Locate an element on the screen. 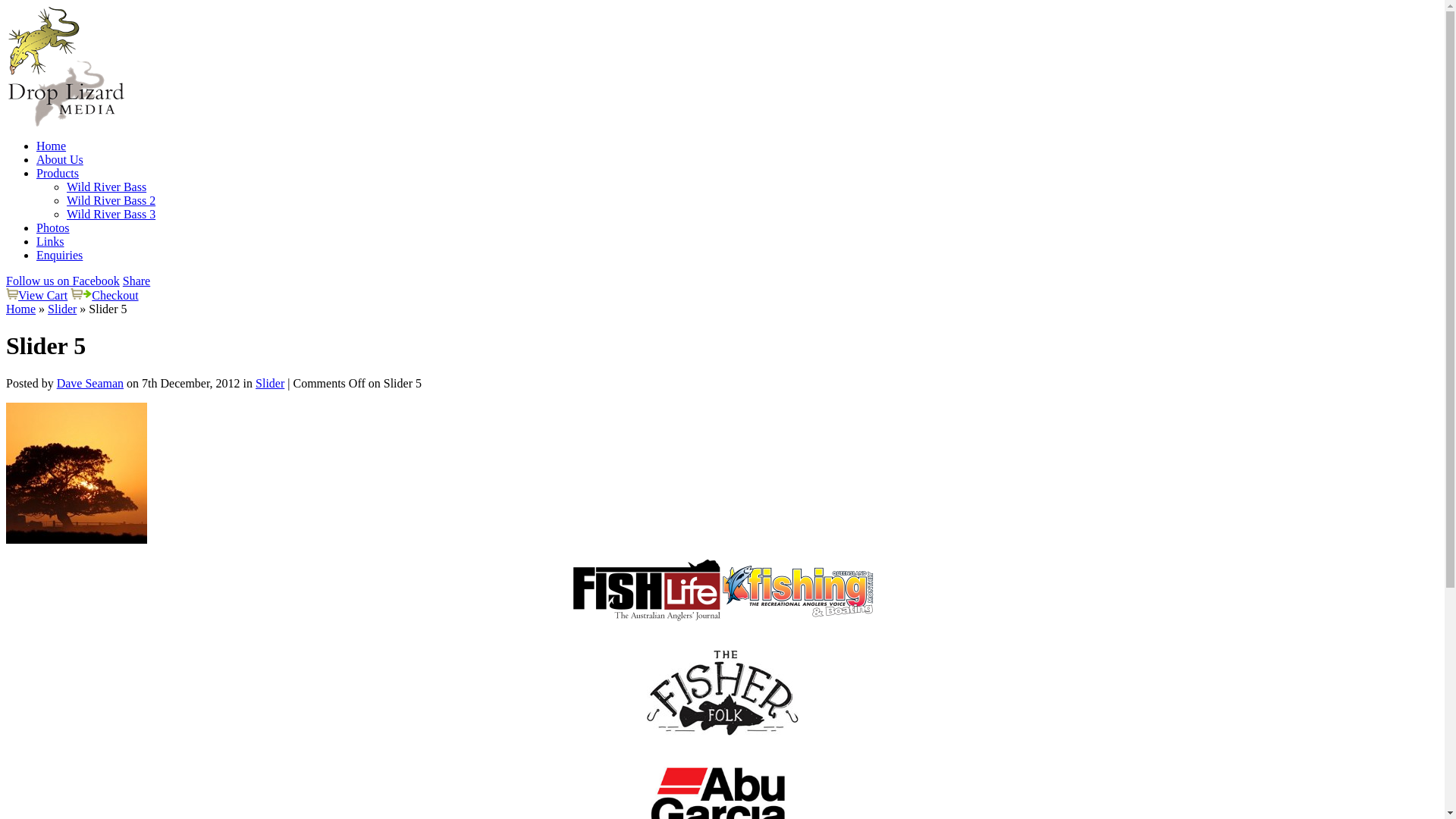 The width and height of the screenshot is (1456, 819). 'Dave Seaman' is located at coordinates (89, 382).